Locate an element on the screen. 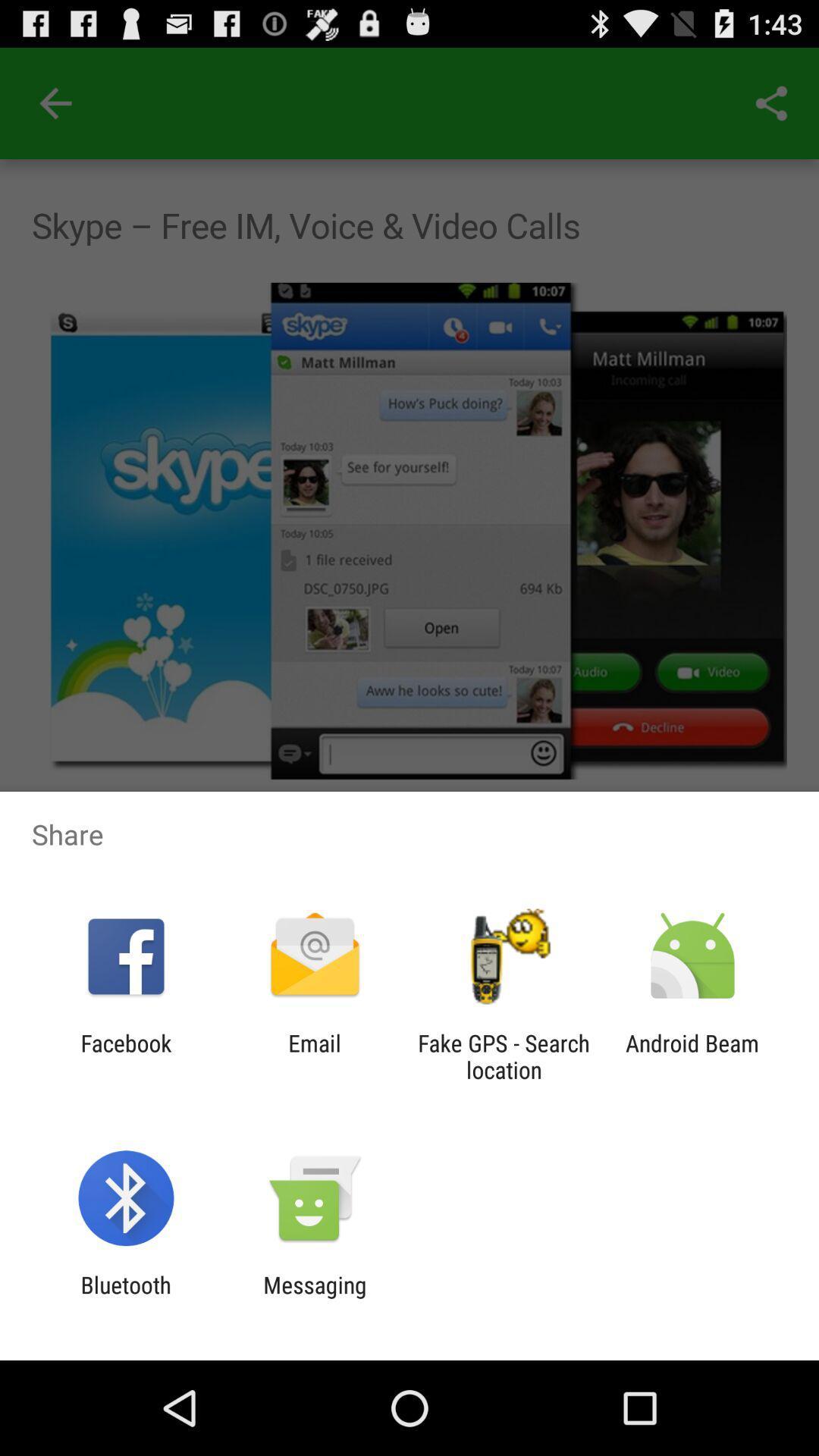  facebook is located at coordinates (125, 1056).